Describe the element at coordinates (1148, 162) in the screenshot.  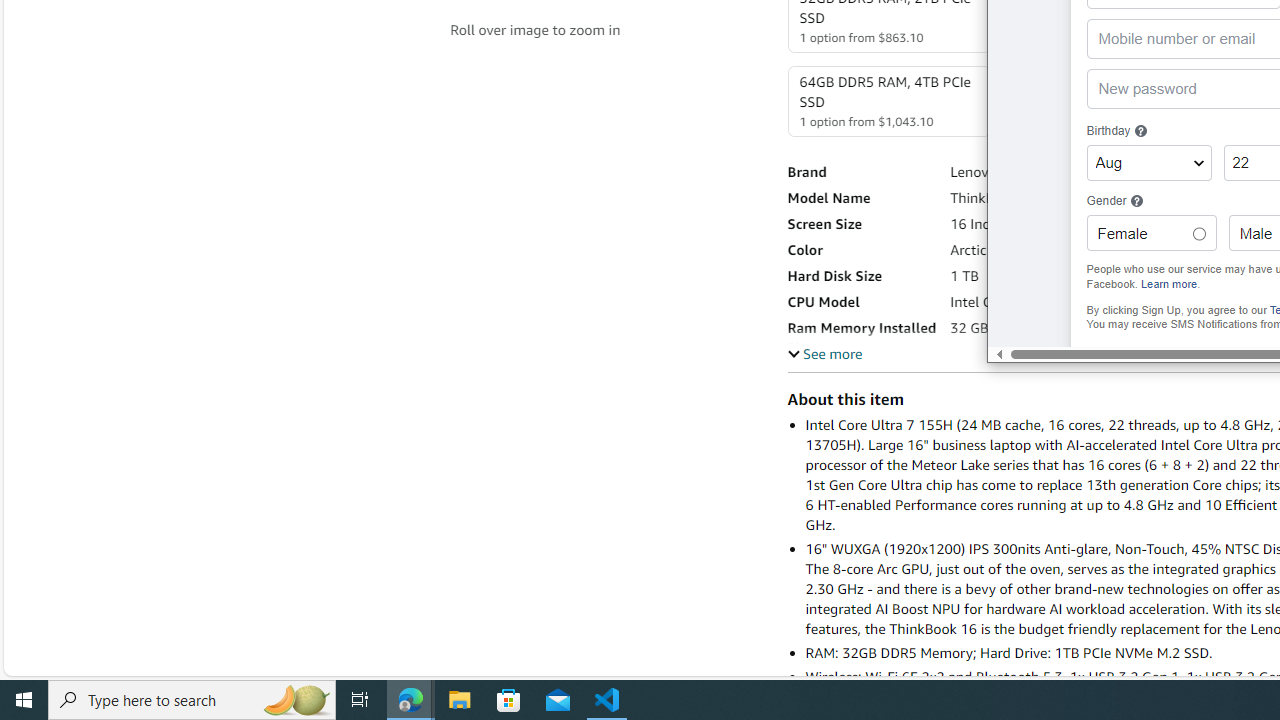
I see `'Month'` at that location.